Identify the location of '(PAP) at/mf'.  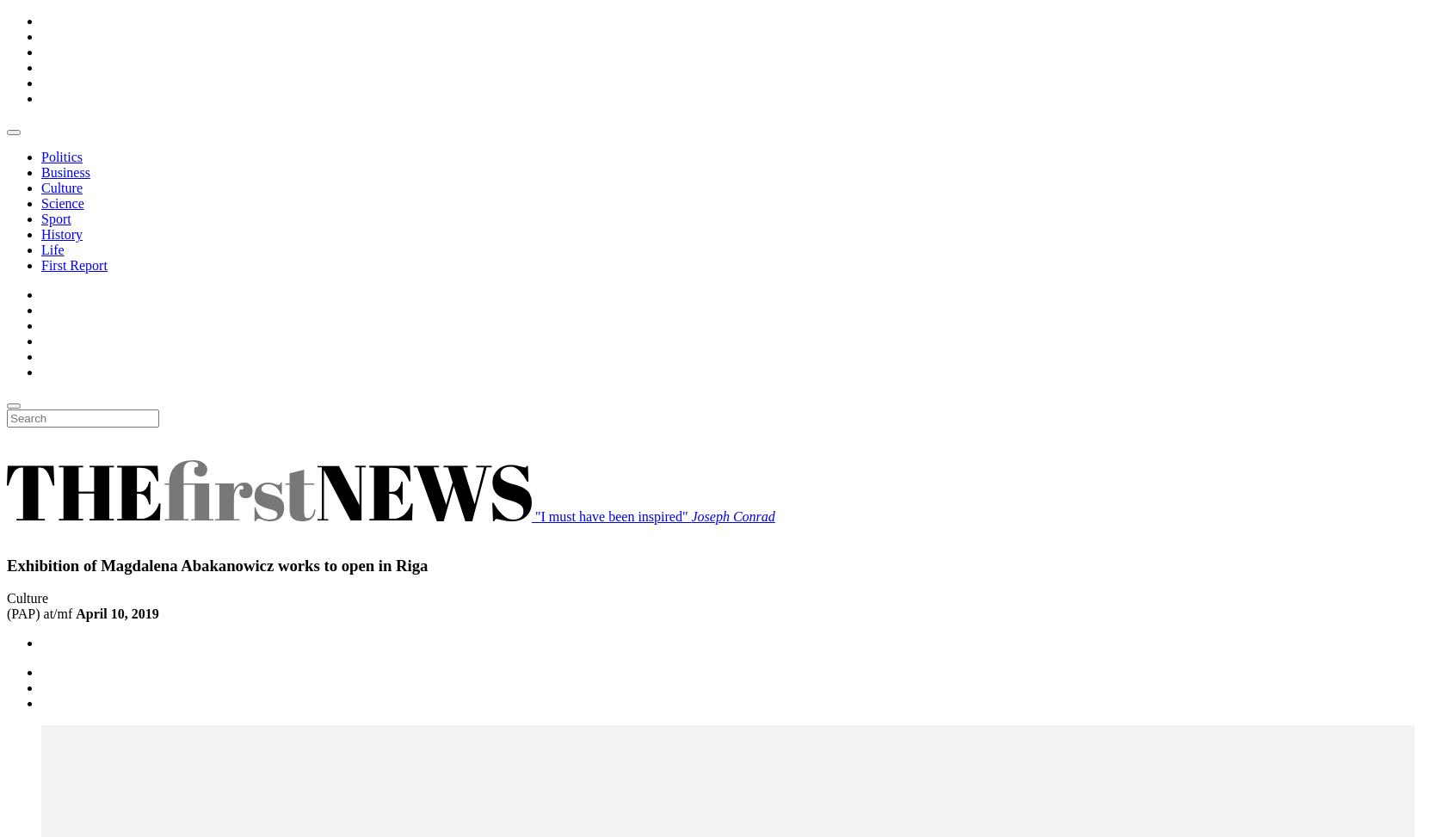
(5, 613).